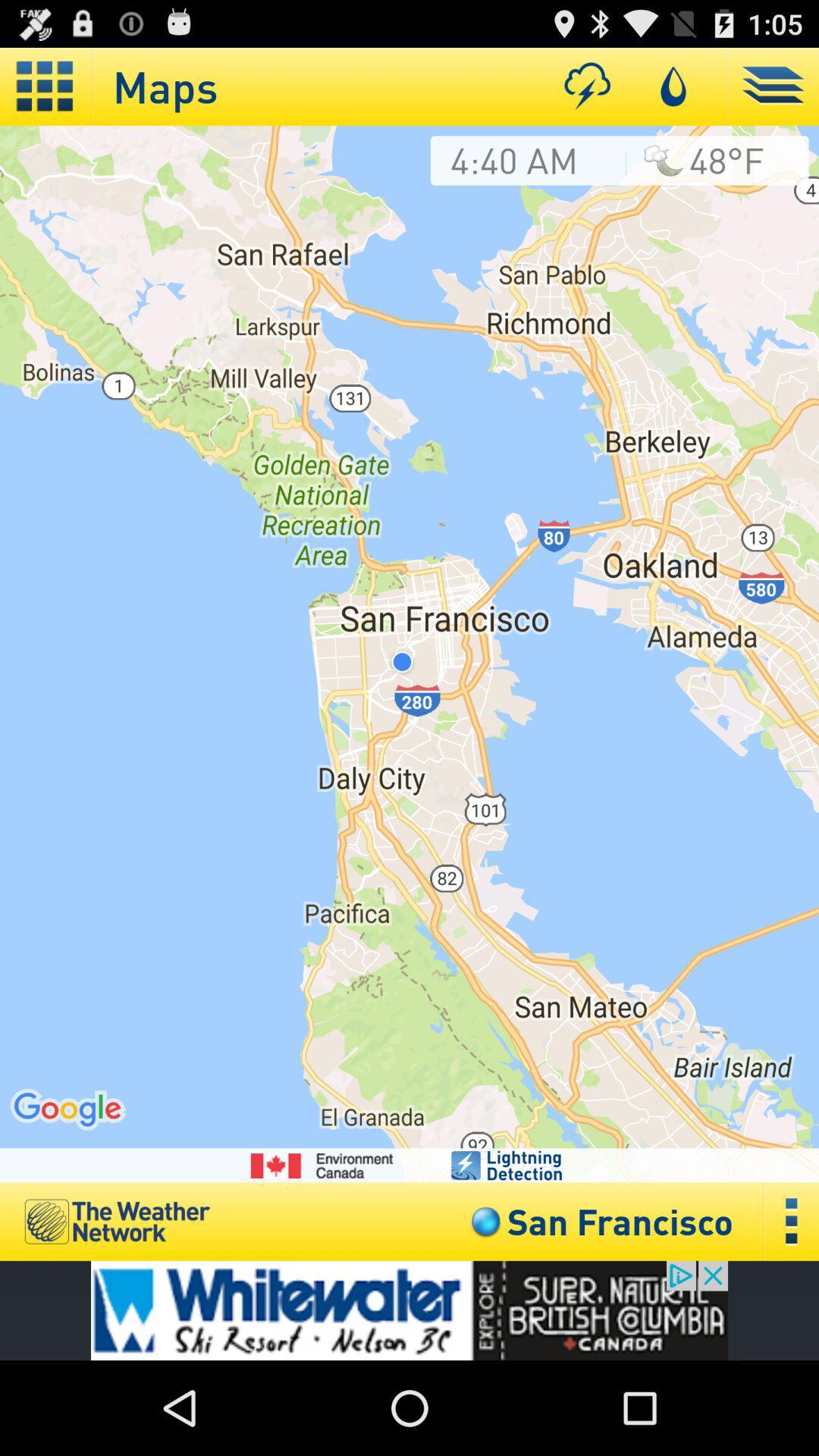 The height and width of the screenshot is (1456, 819). What do you see at coordinates (791, 1222) in the screenshot?
I see `over view option` at bounding box center [791, 1222].